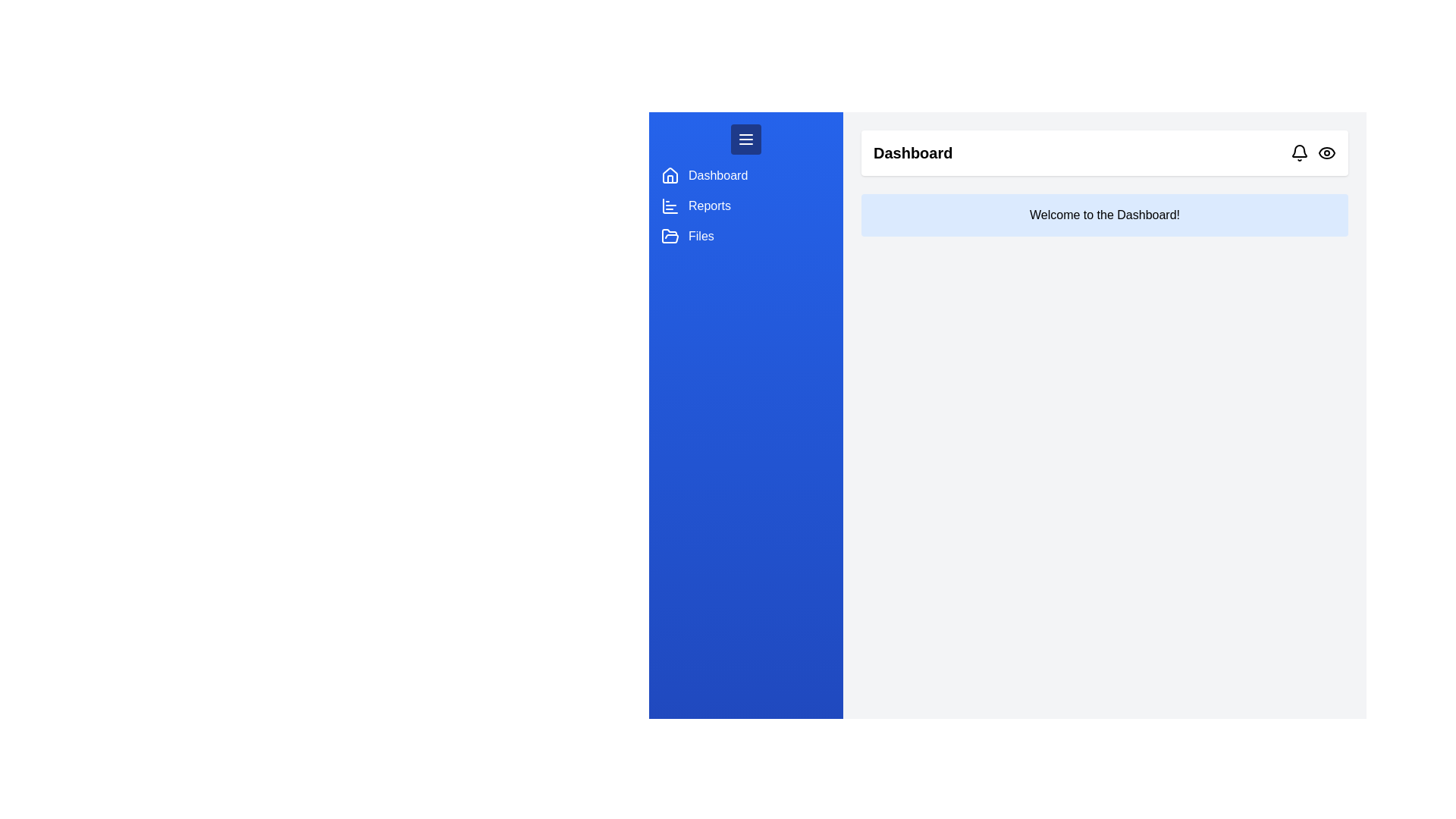  What do you see at coordinates (709, 206) in the screenshot?
I see `the 'Reports' navigation link located directly under the 'Dashboard' menu item in the vertical navigation bar on the left` at bounding box center [709, 206].